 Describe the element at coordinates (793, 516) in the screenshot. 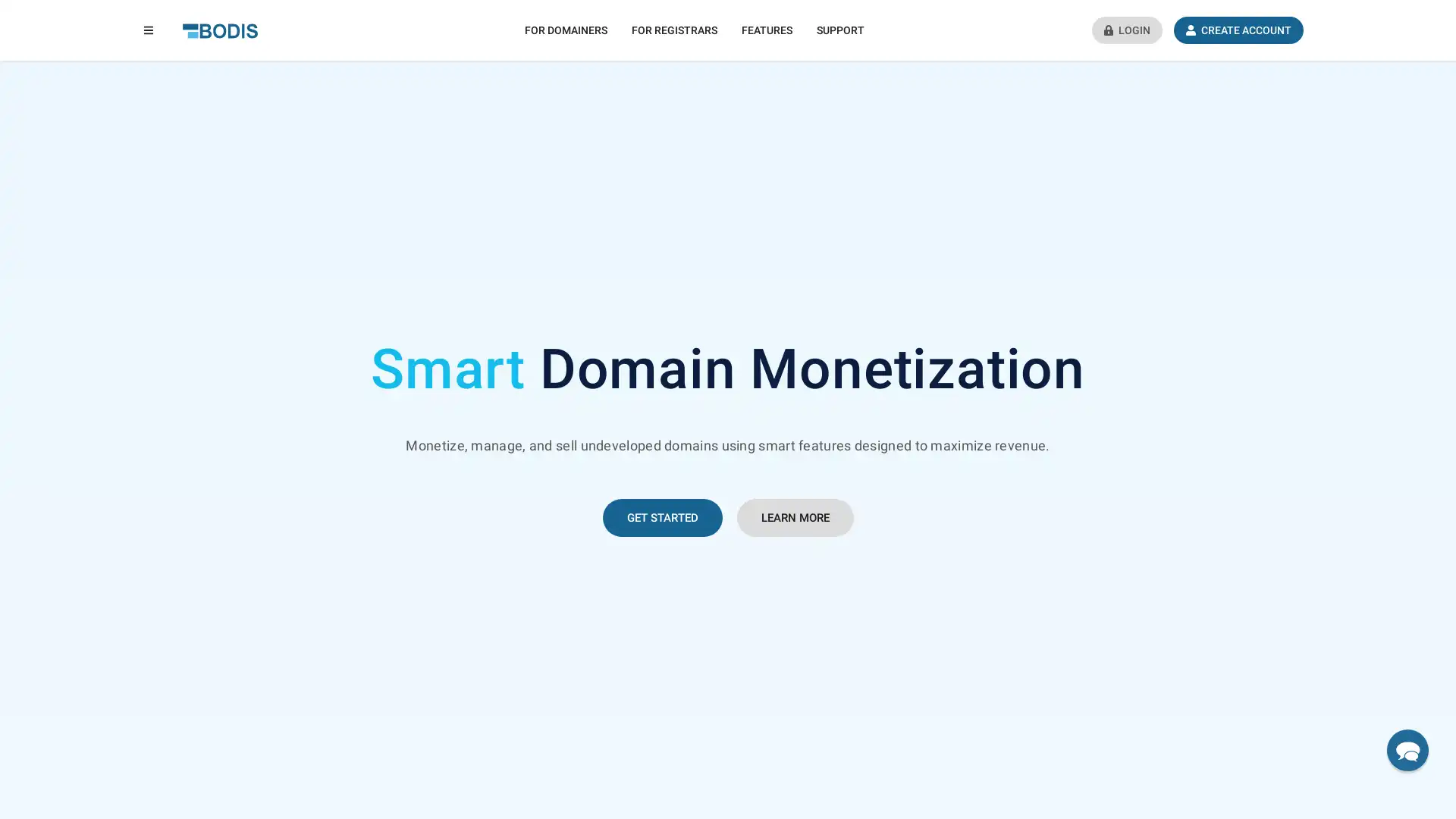

I see `LEARN MORE` at that location.